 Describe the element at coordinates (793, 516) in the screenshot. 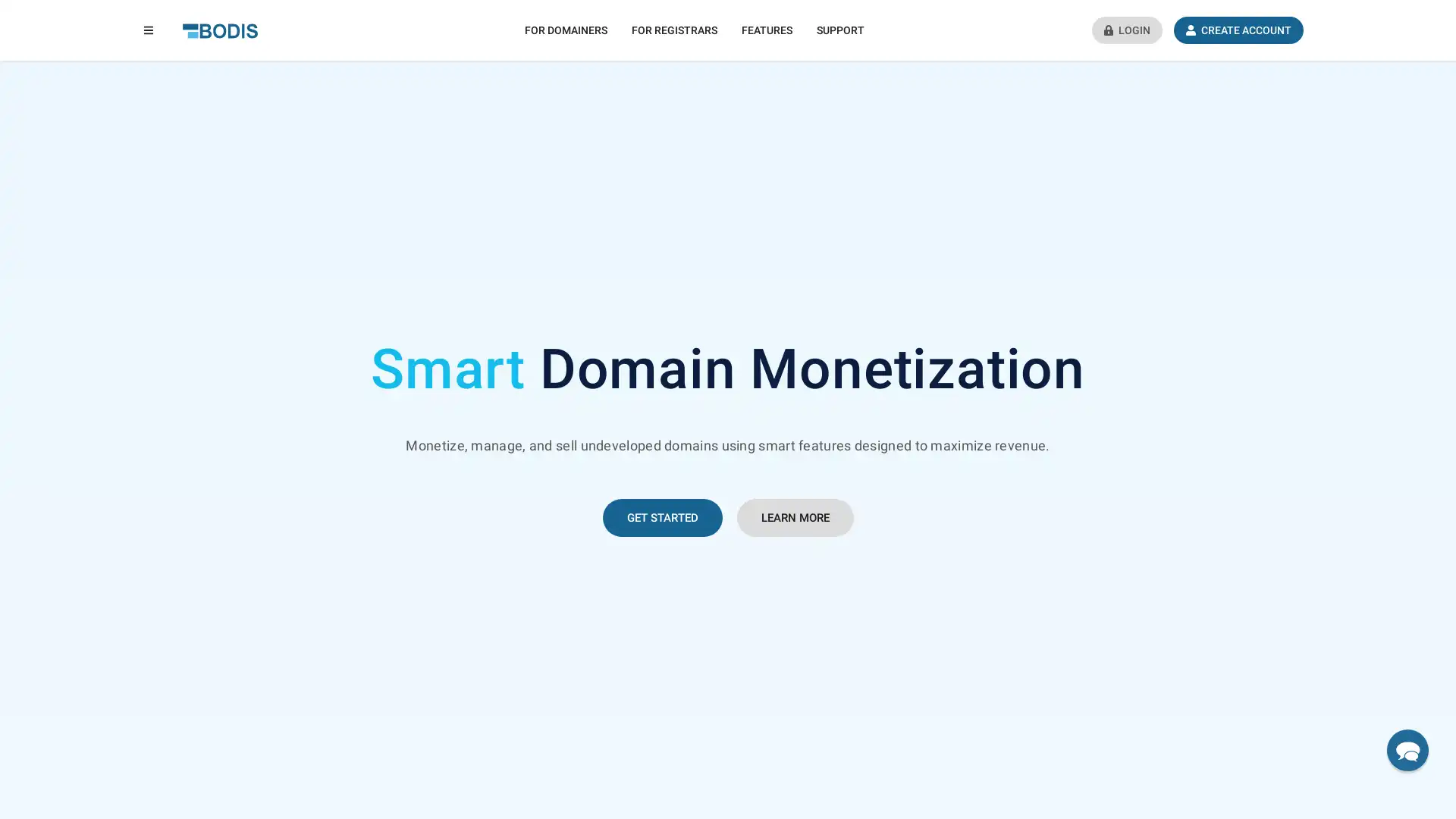

I see `LEARN MORE` at that location.